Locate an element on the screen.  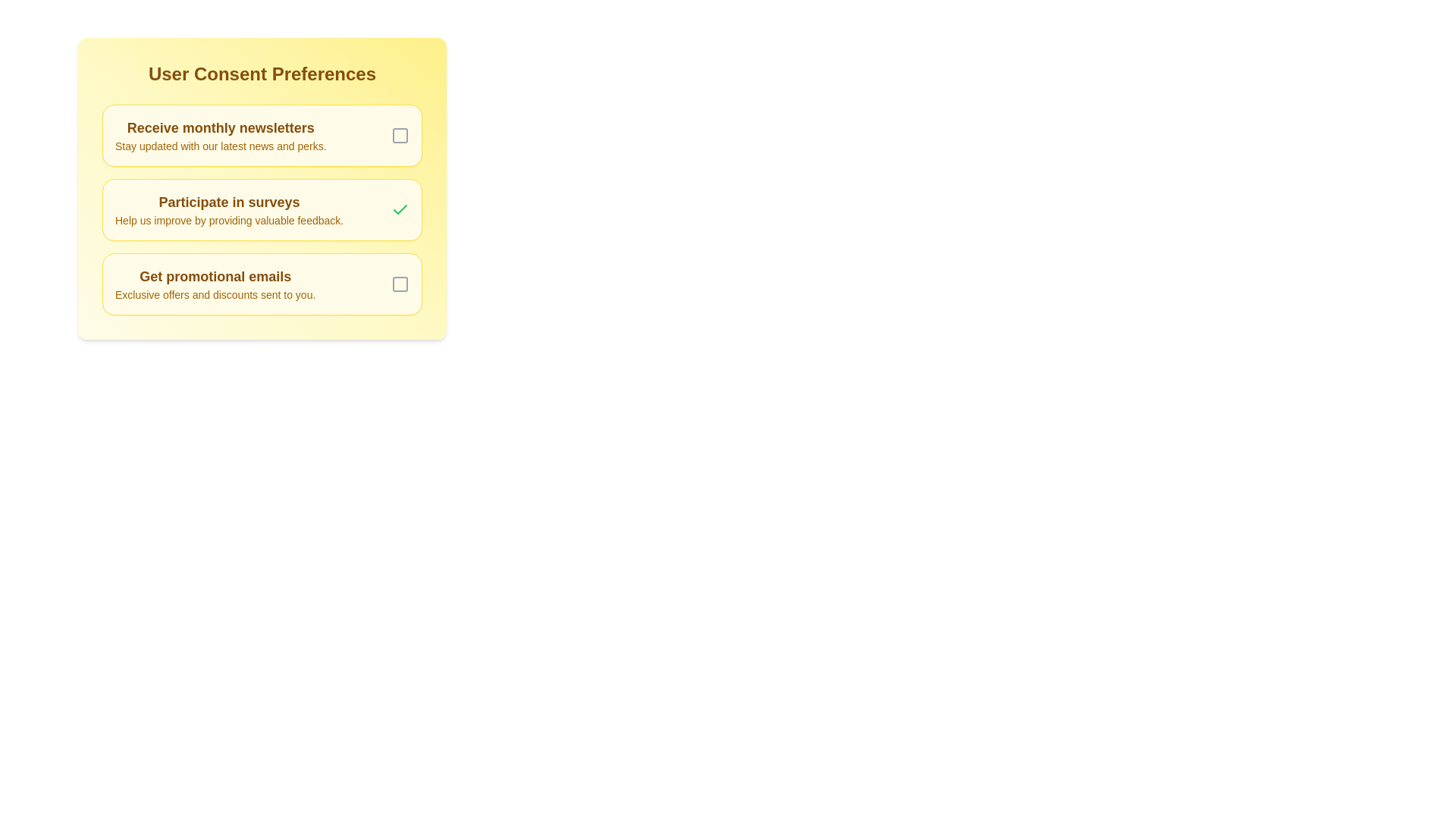
the checkbox located on the far right side of the 'Get promotional emails' section of the consent preferences interface is located at coordinates (400, 284).